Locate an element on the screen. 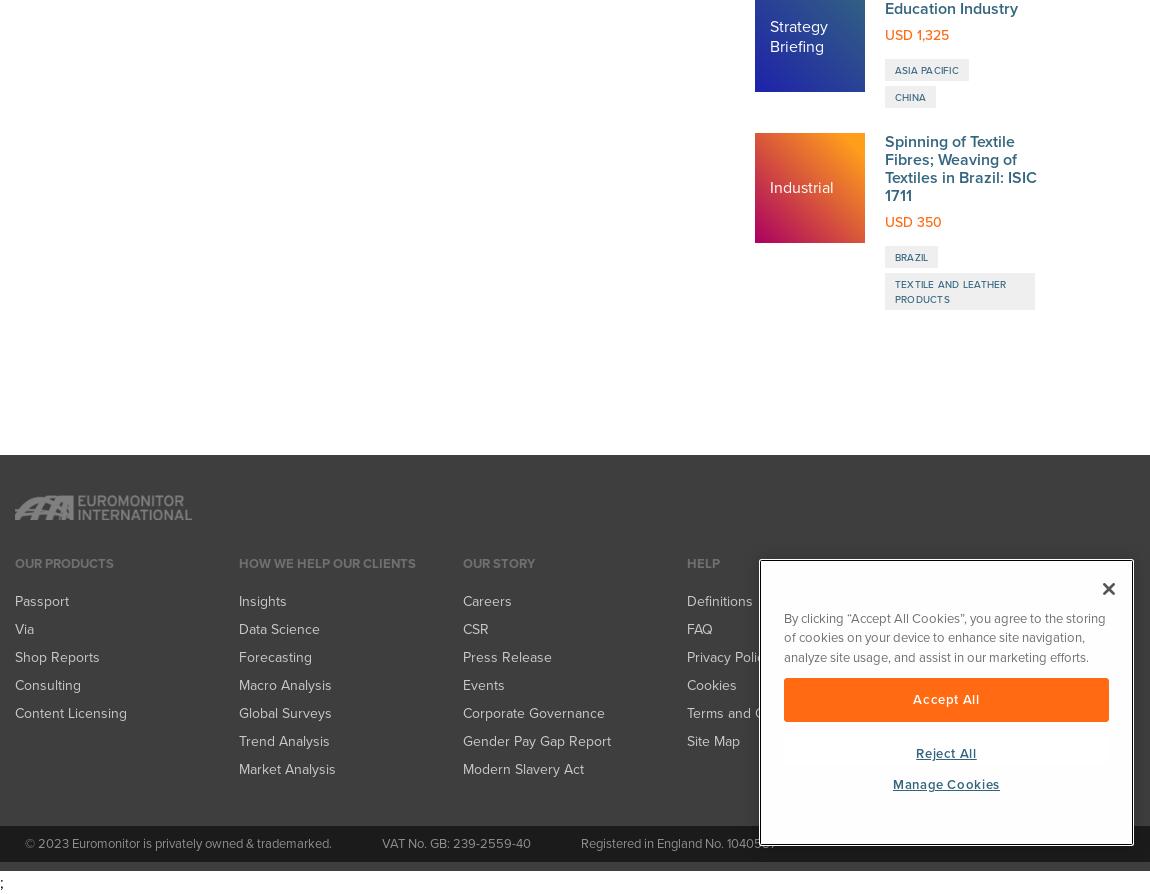 The height and width of the screenshot is (894, 1150). 'Content Licensing' is located at coordinates (13, 62).